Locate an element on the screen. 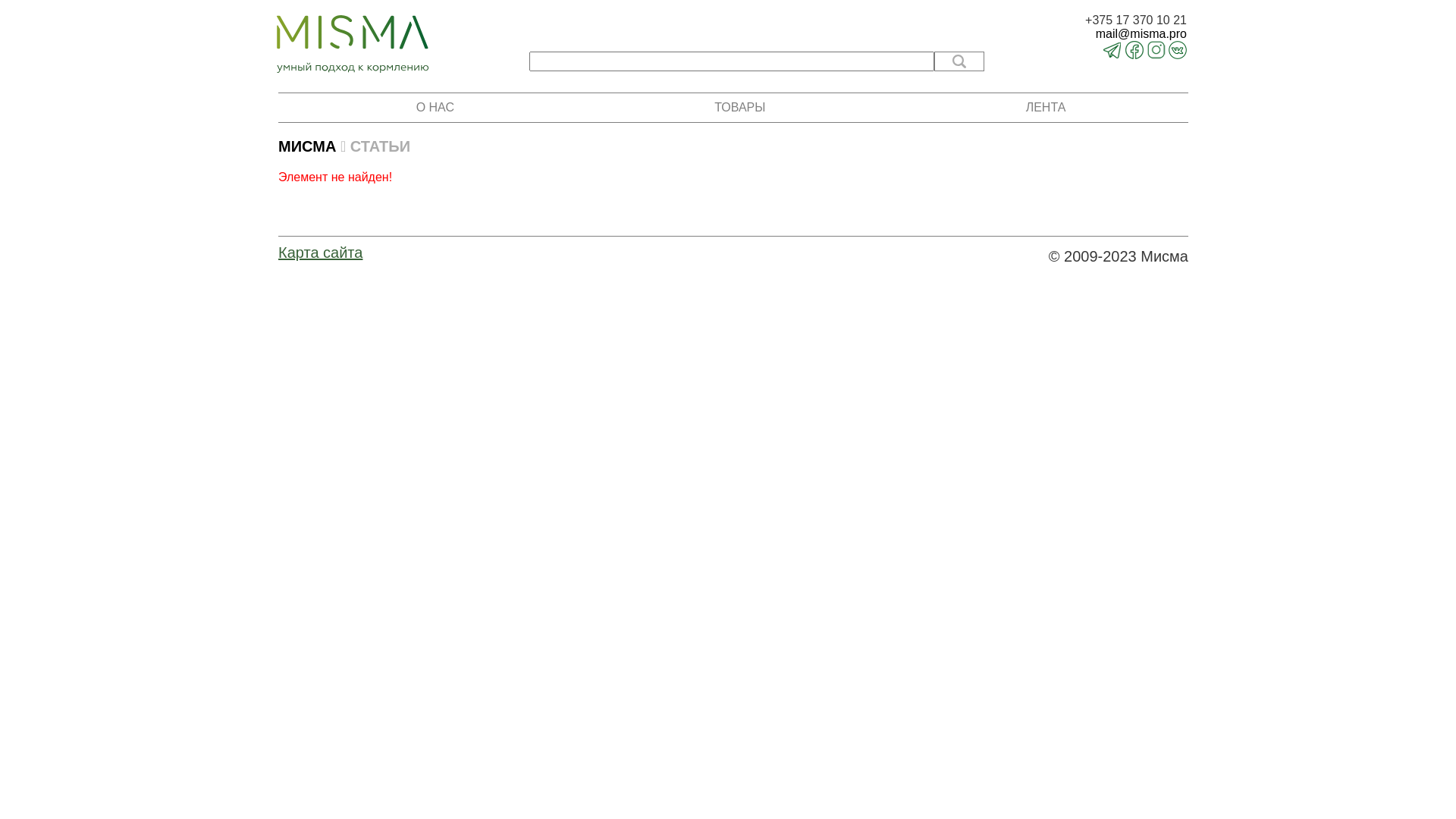 The width and height of the screenshot is (1456, 819). 'mail@misma.pro' is located at coordinates (1084, 34).